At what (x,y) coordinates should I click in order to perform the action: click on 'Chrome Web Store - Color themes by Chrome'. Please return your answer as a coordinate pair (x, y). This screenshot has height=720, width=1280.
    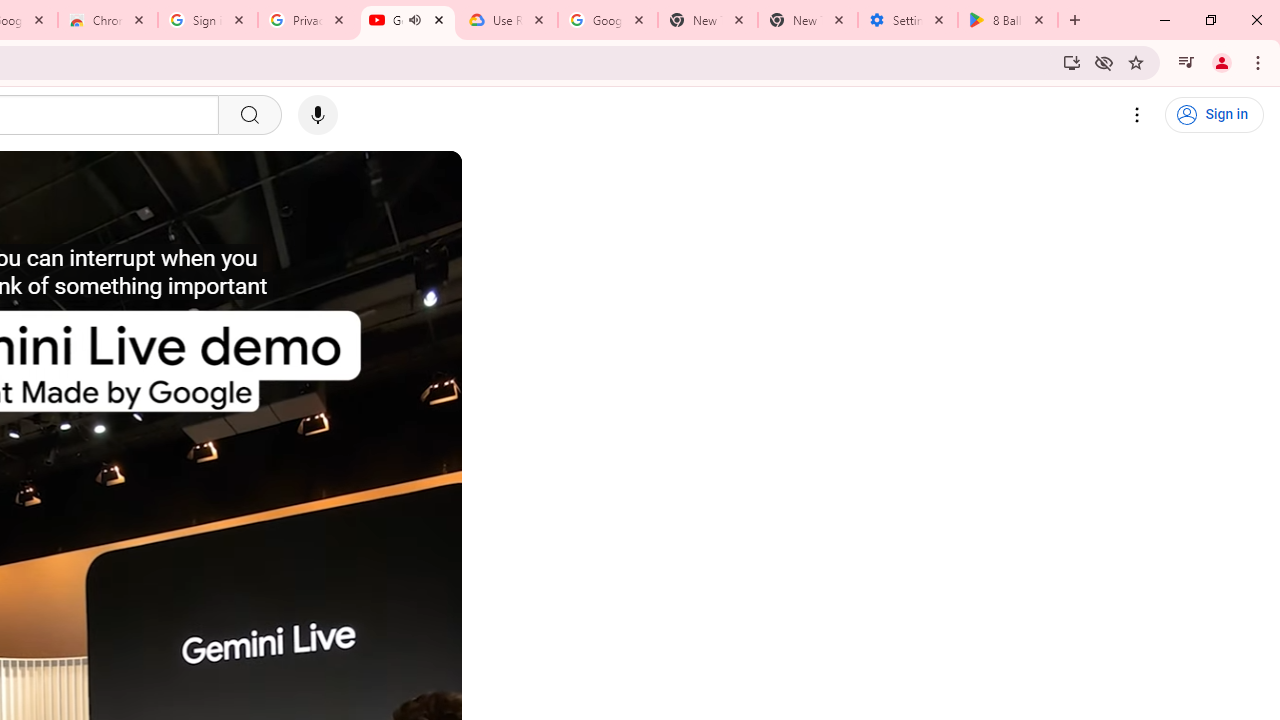
    Looking at the image, I should click on (106, 20).